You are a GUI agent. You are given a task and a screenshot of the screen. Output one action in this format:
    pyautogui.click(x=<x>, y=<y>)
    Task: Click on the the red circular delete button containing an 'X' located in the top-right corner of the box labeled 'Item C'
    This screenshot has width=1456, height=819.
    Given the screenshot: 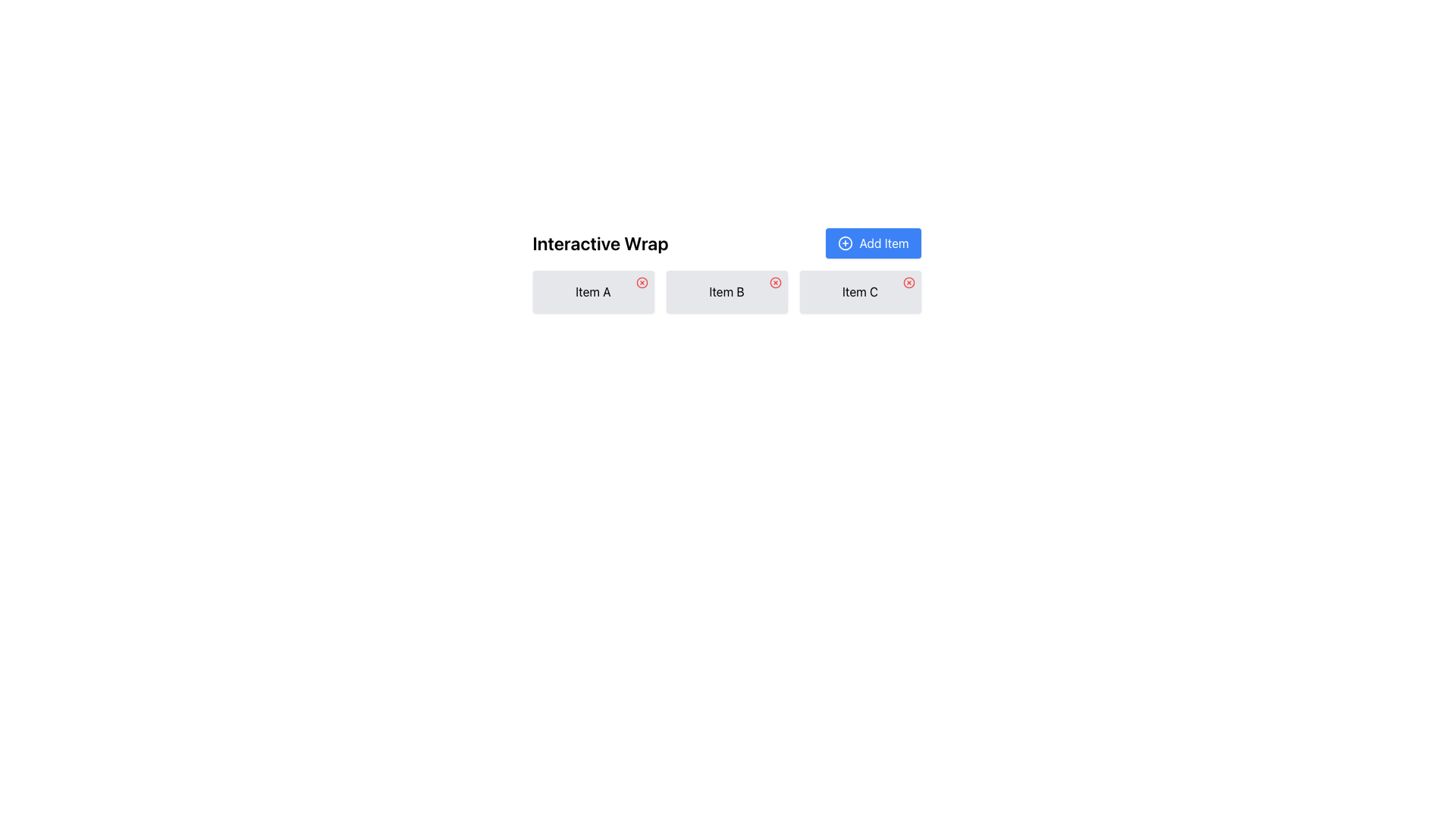 What is the action you would take?
    pyautogui.click(x=908, y=283)
    